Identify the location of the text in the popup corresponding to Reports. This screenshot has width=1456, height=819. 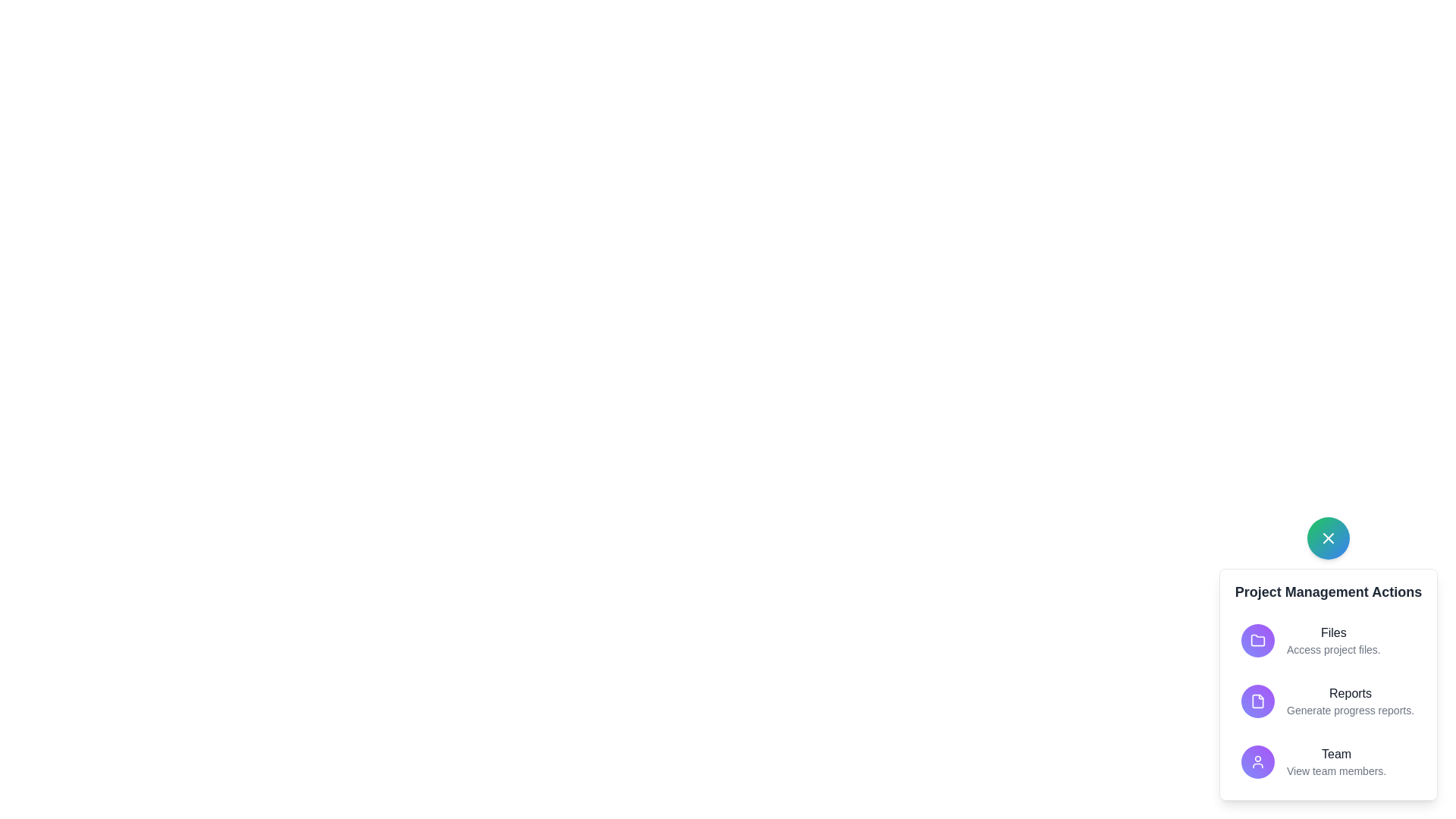
(1350, 693).